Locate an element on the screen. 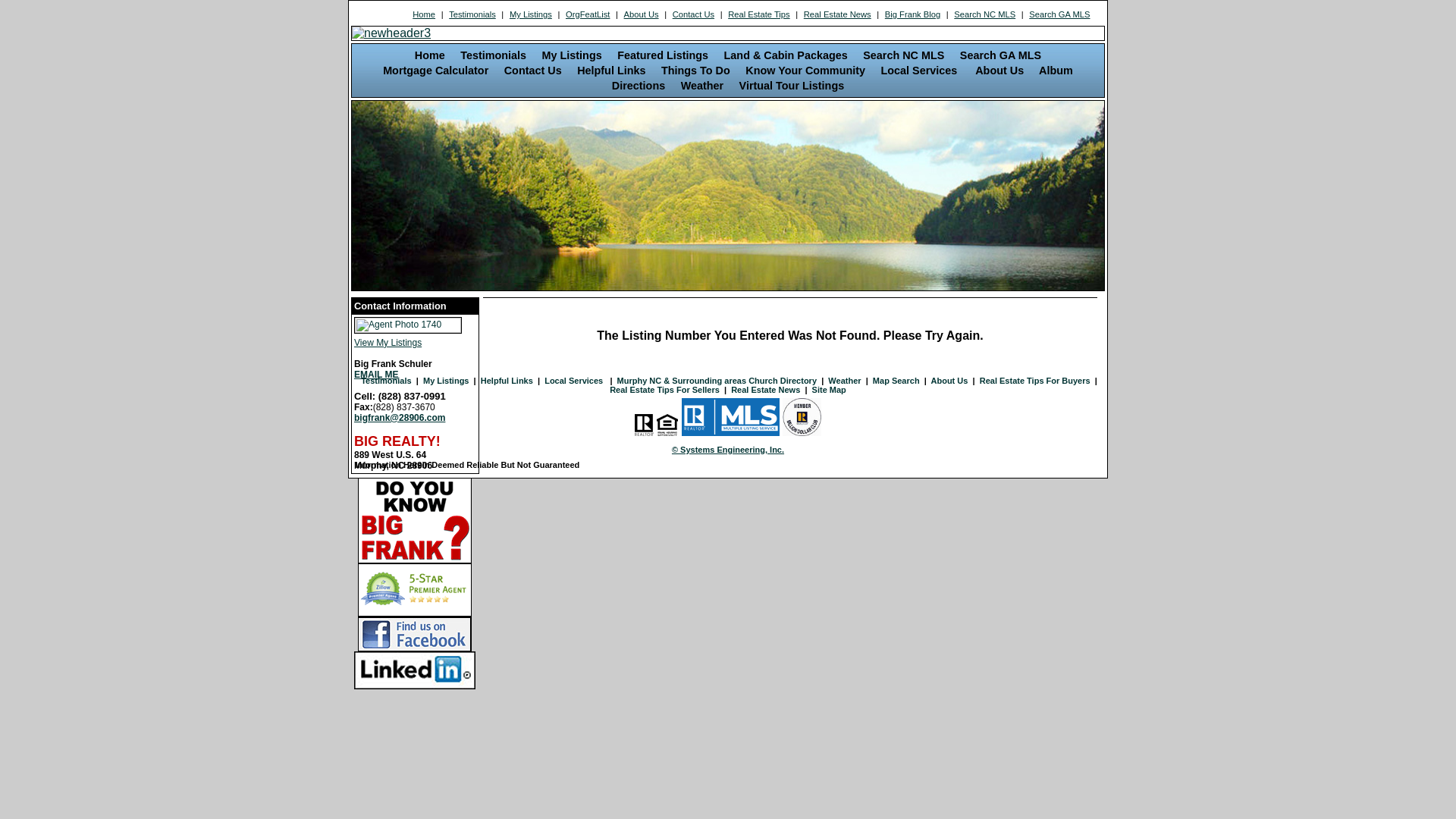 The image size is (1456, 819). 'Local Services' is located at coordinates (919, 70).